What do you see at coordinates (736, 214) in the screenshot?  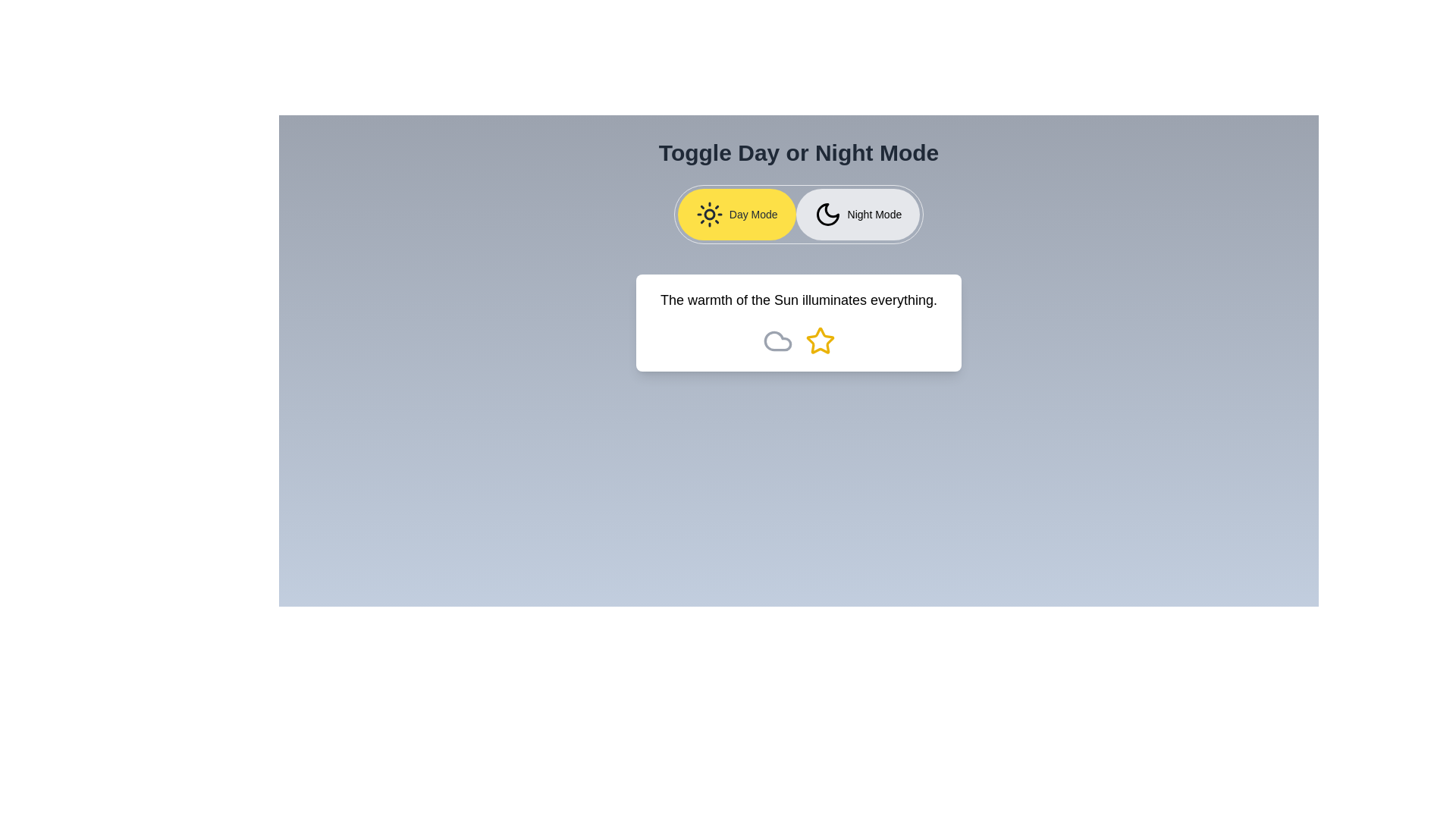 I see `the button labeled Day Mode to observe its hover effect` at bounding box center [736, 214].